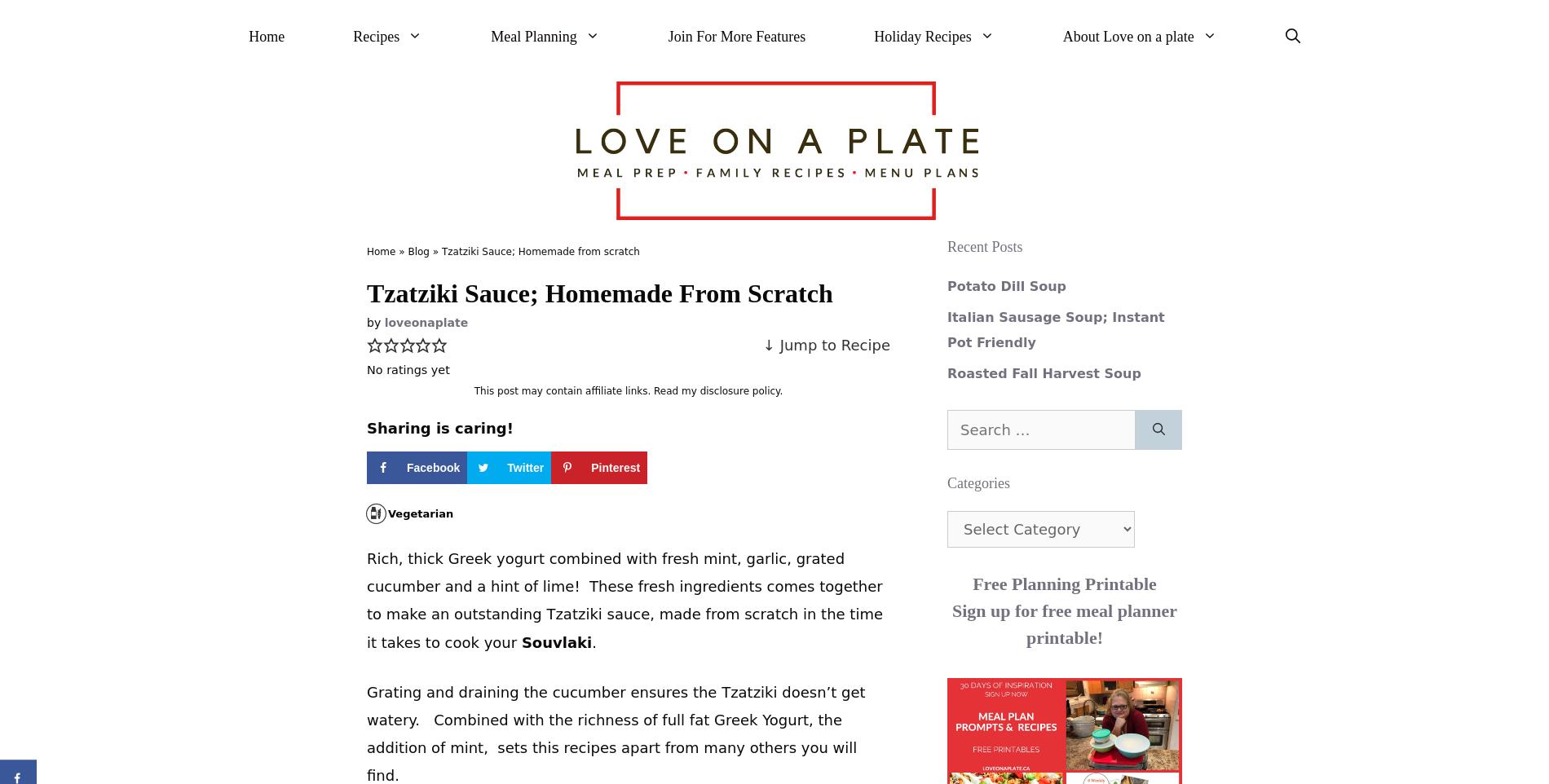 This screenshot has height=784, width=1549. I want to click on 'Vegetarian', so click(421, 513).